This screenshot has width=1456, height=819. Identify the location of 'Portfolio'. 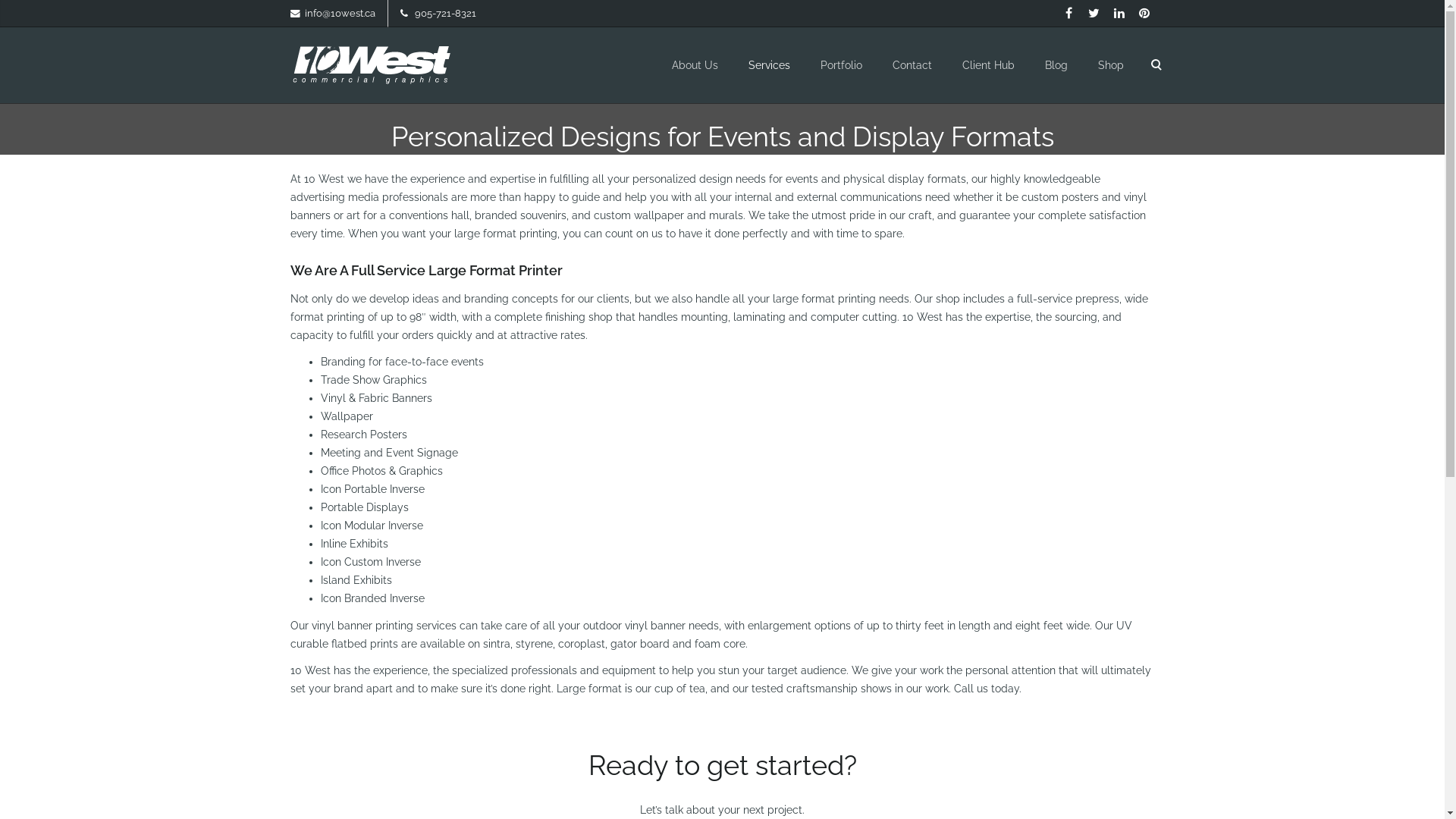
(840, 64).